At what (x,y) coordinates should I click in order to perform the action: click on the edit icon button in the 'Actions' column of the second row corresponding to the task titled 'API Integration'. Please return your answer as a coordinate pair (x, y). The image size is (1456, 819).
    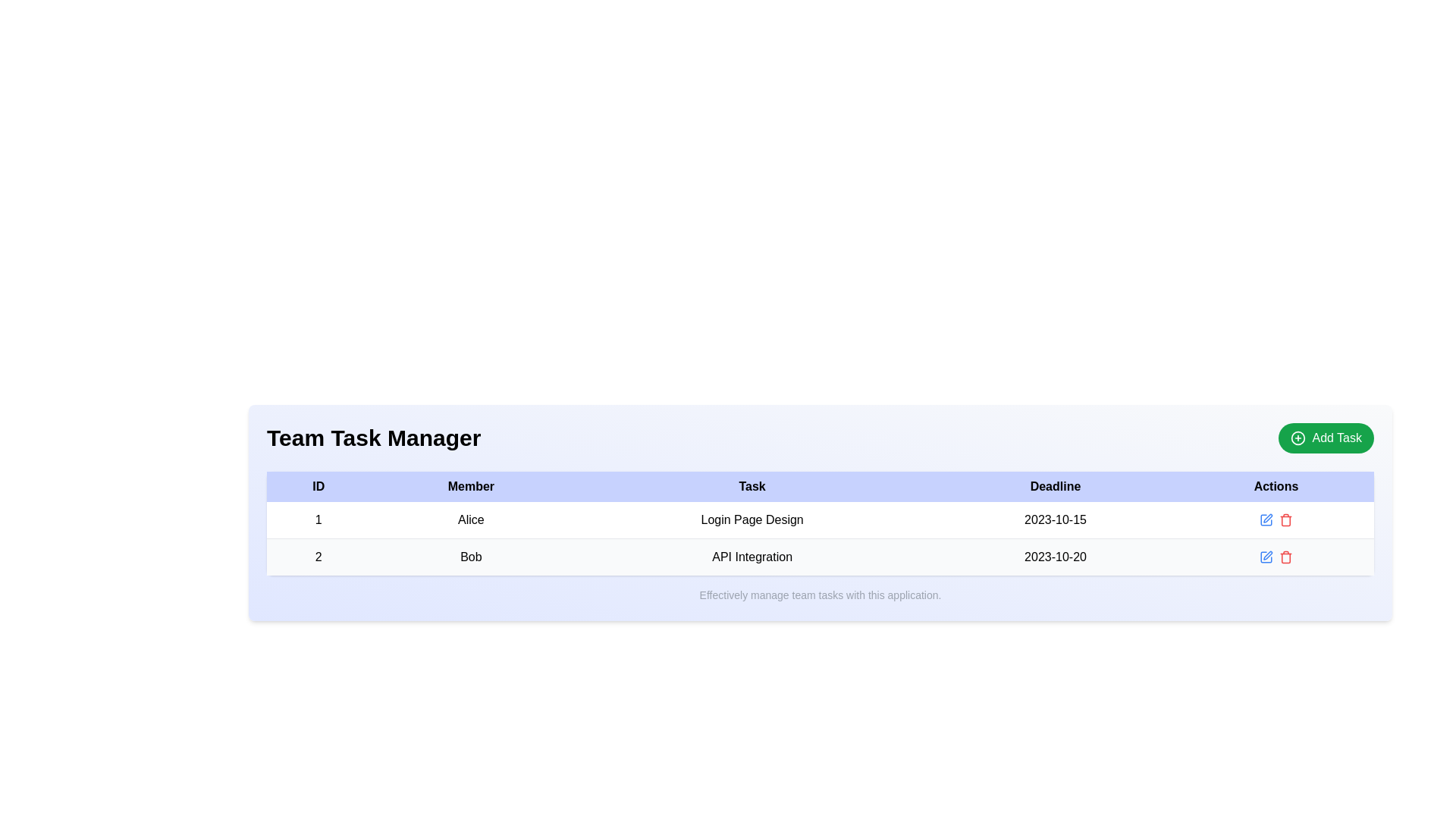
    Looking at the image, I should click on (1268, 555).